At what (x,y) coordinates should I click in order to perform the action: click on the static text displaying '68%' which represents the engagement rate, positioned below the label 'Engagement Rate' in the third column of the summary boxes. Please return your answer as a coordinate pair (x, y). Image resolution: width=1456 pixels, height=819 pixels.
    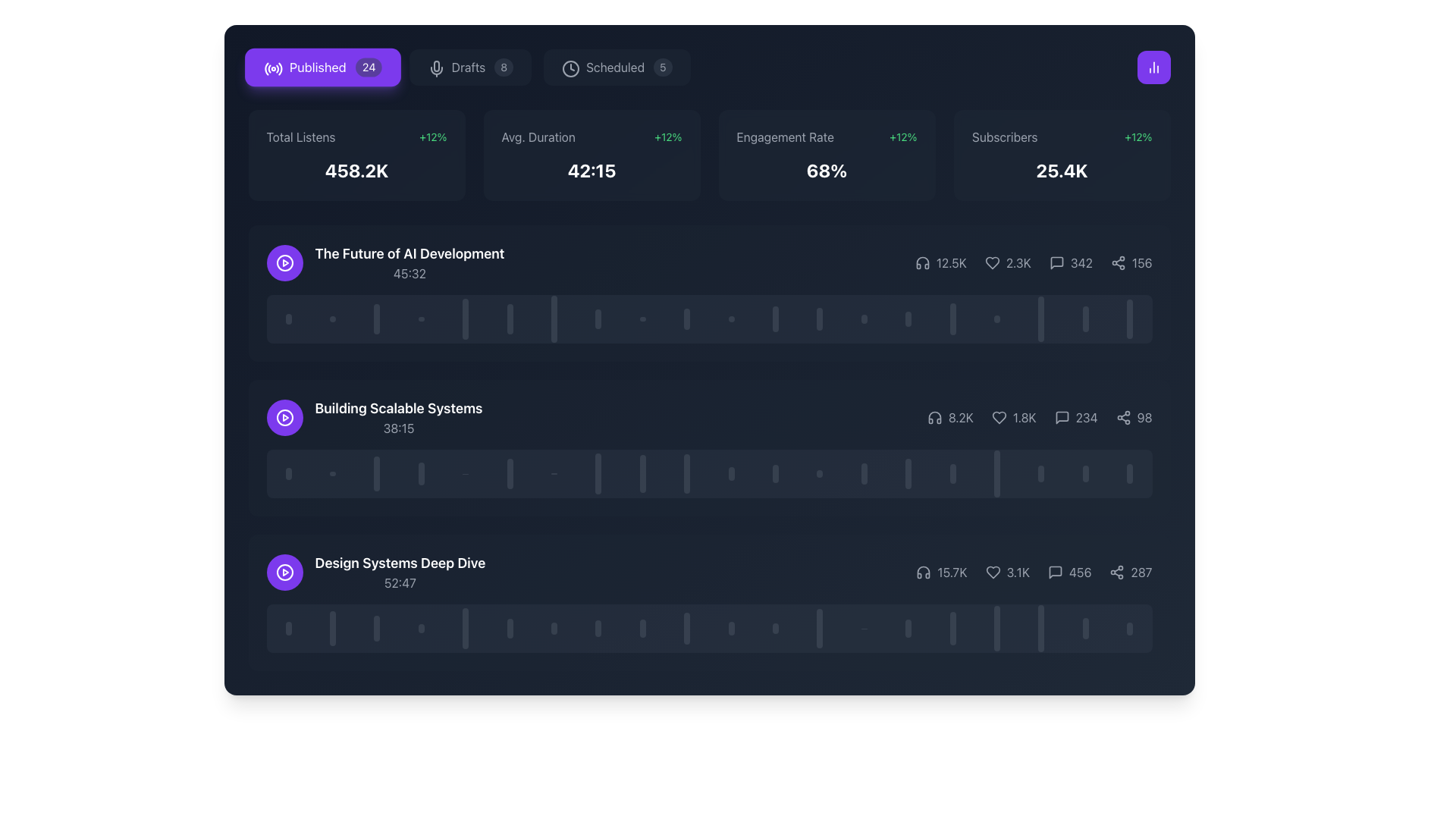
    Looking at the image, I should click on (826, 170).